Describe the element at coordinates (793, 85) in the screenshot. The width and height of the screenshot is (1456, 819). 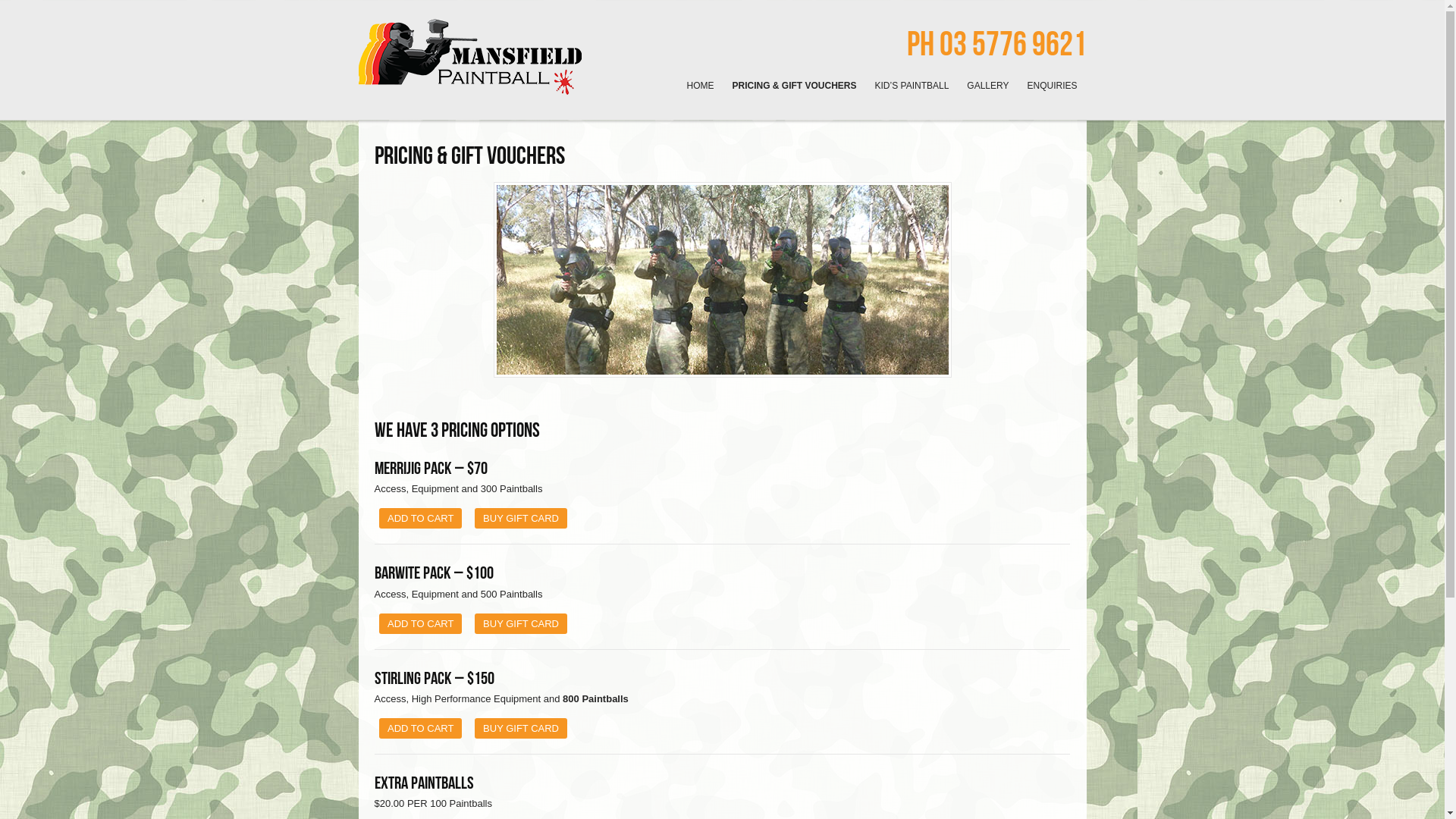
I see `'PRICING & GIFT VOUCHERS'` at that location.